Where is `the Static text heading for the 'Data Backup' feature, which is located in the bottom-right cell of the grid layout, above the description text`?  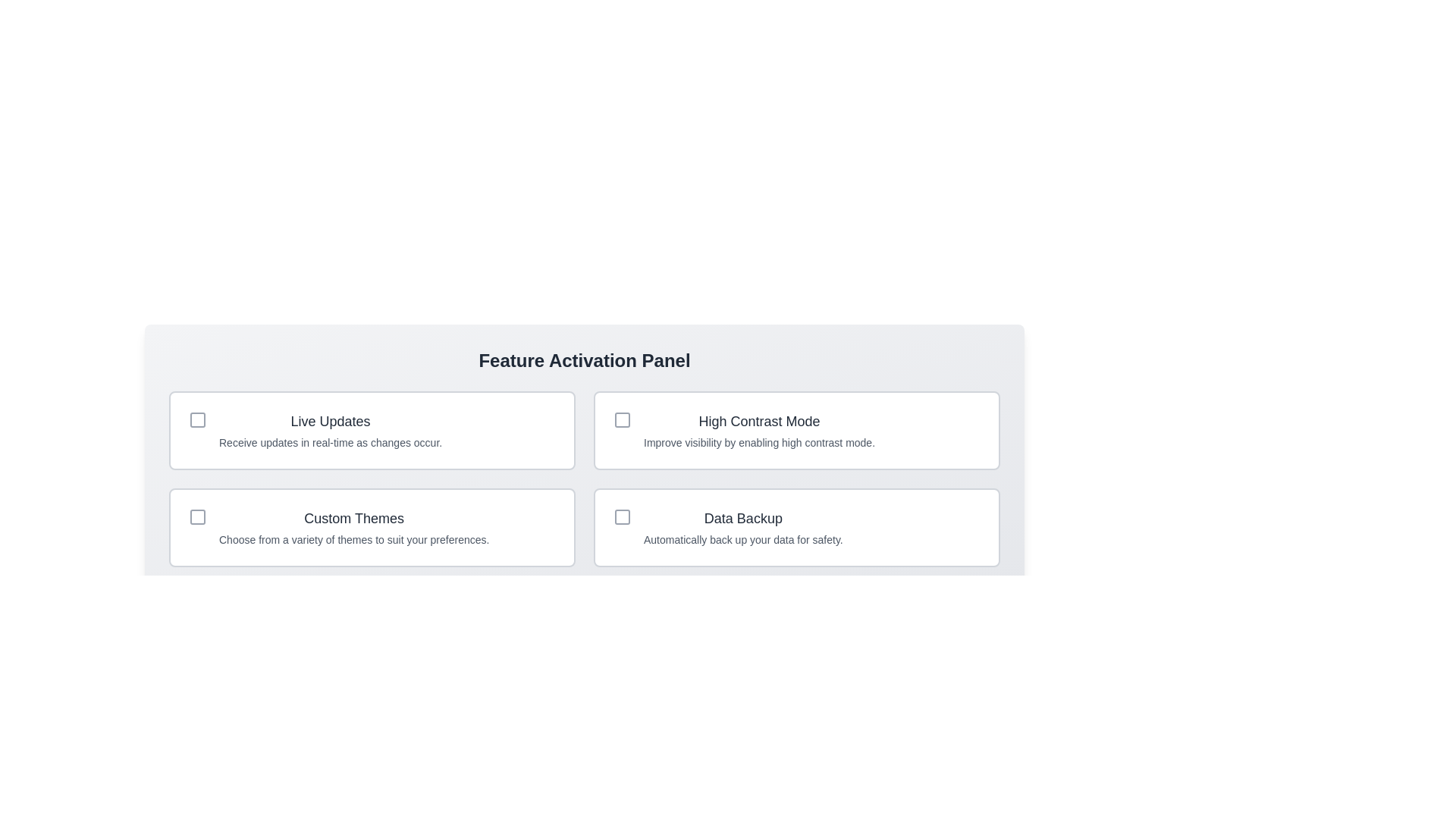
the Static text heading for the 'Data Backup' feature, which is located in the bottom-right cell of the grid layout, above the description text is located at coordinates (743, 517).